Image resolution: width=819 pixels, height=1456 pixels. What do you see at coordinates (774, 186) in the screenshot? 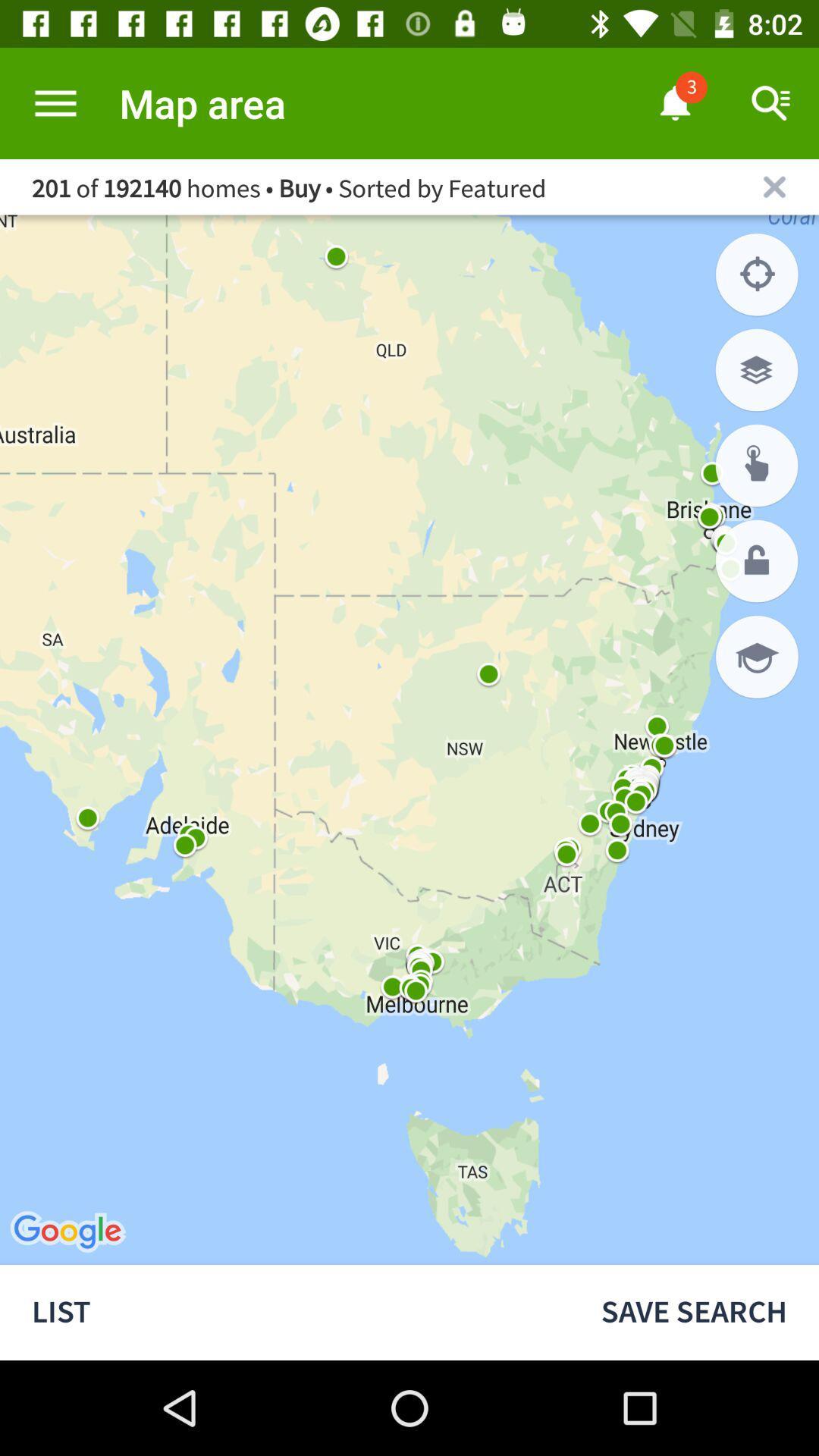
I see `close` at bounding box center [774, 186].